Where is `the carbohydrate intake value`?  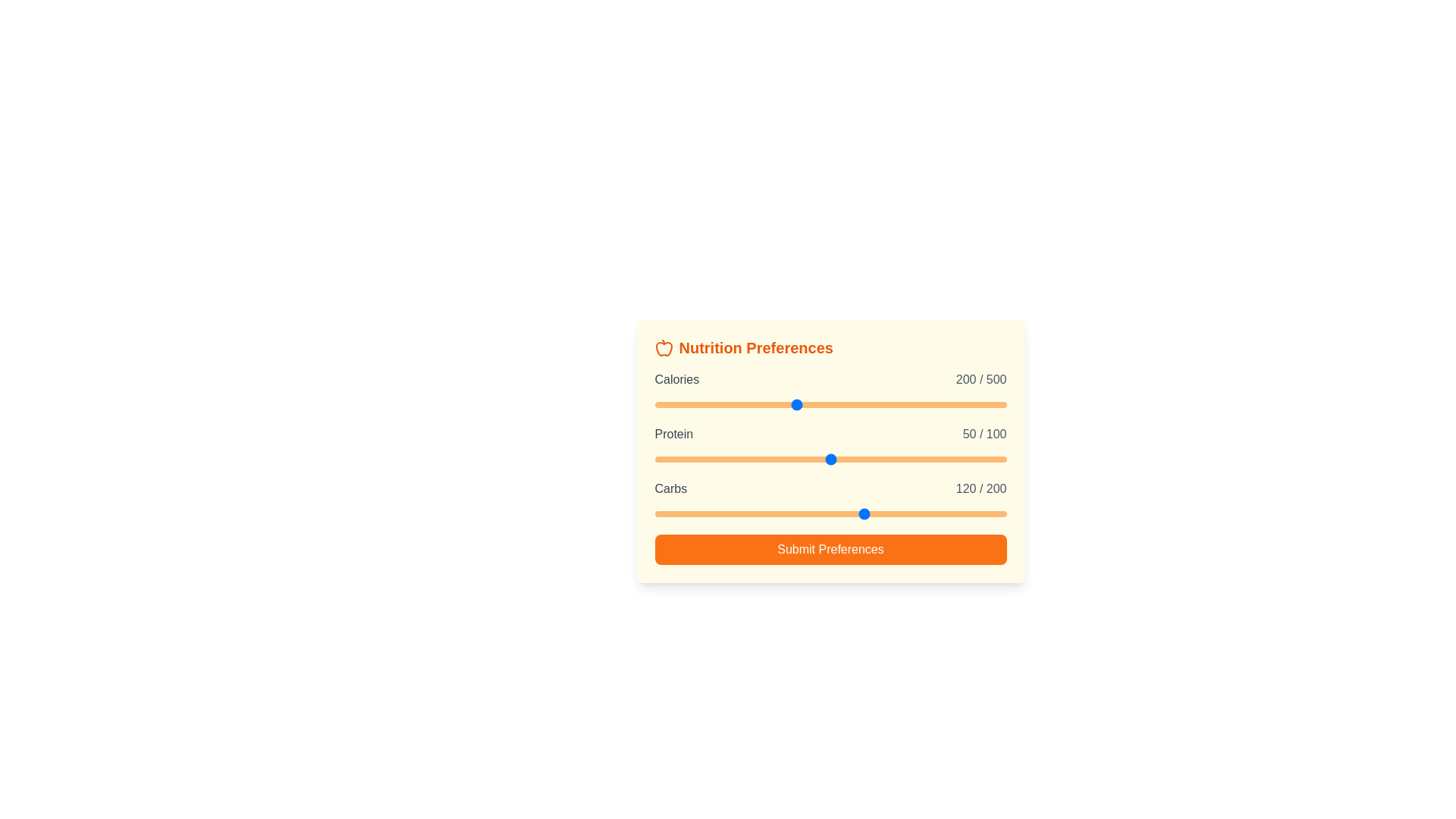 the carbohydrate intake value is located at coordinates (660, 513).